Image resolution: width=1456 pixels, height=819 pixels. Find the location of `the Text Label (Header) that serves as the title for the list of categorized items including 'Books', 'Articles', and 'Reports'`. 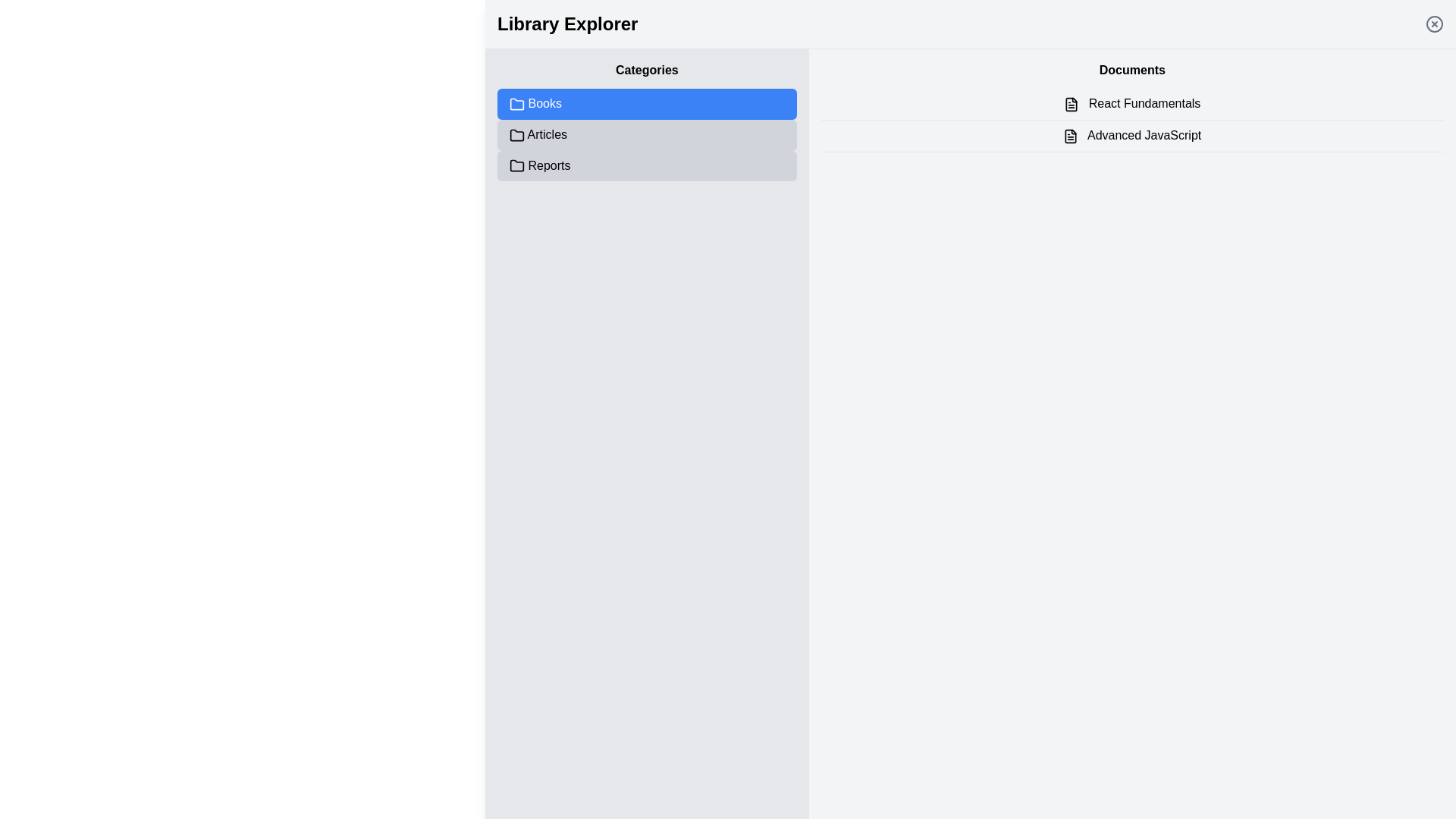

the Text Label (Header) that serves as the title for the list of categorized items including 'Books', 'Articles', and 'Reports' is located at coordinates (647, 70).